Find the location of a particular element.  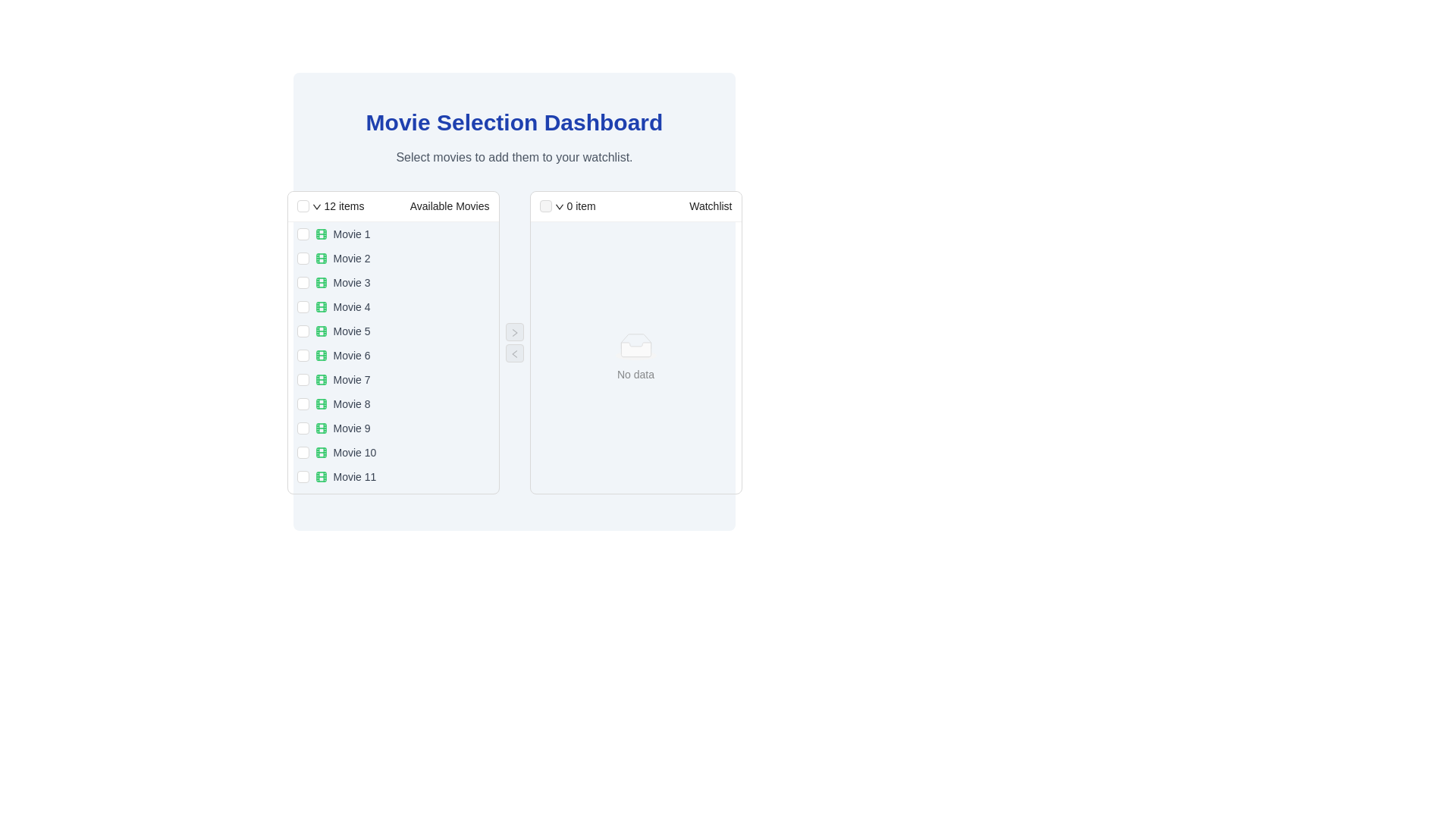

the decorative rectangle element within the SVG graphic of the filmstrip icon located next to the label 'Movie 6' is located at coordinates (320, 356).